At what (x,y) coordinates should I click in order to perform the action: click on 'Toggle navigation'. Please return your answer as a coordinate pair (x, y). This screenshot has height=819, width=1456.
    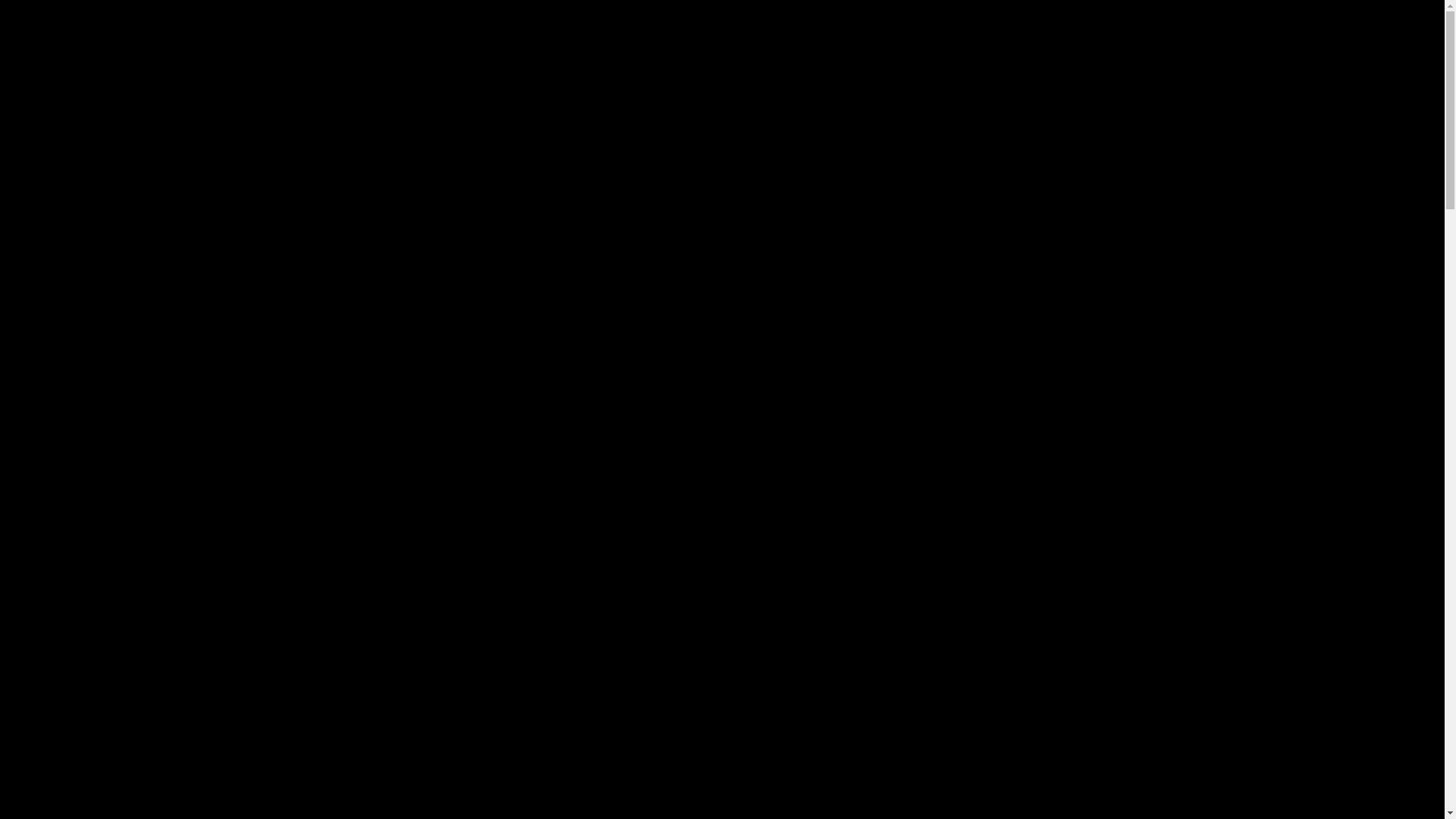
    Looking at the image, I should click on (51, 14).